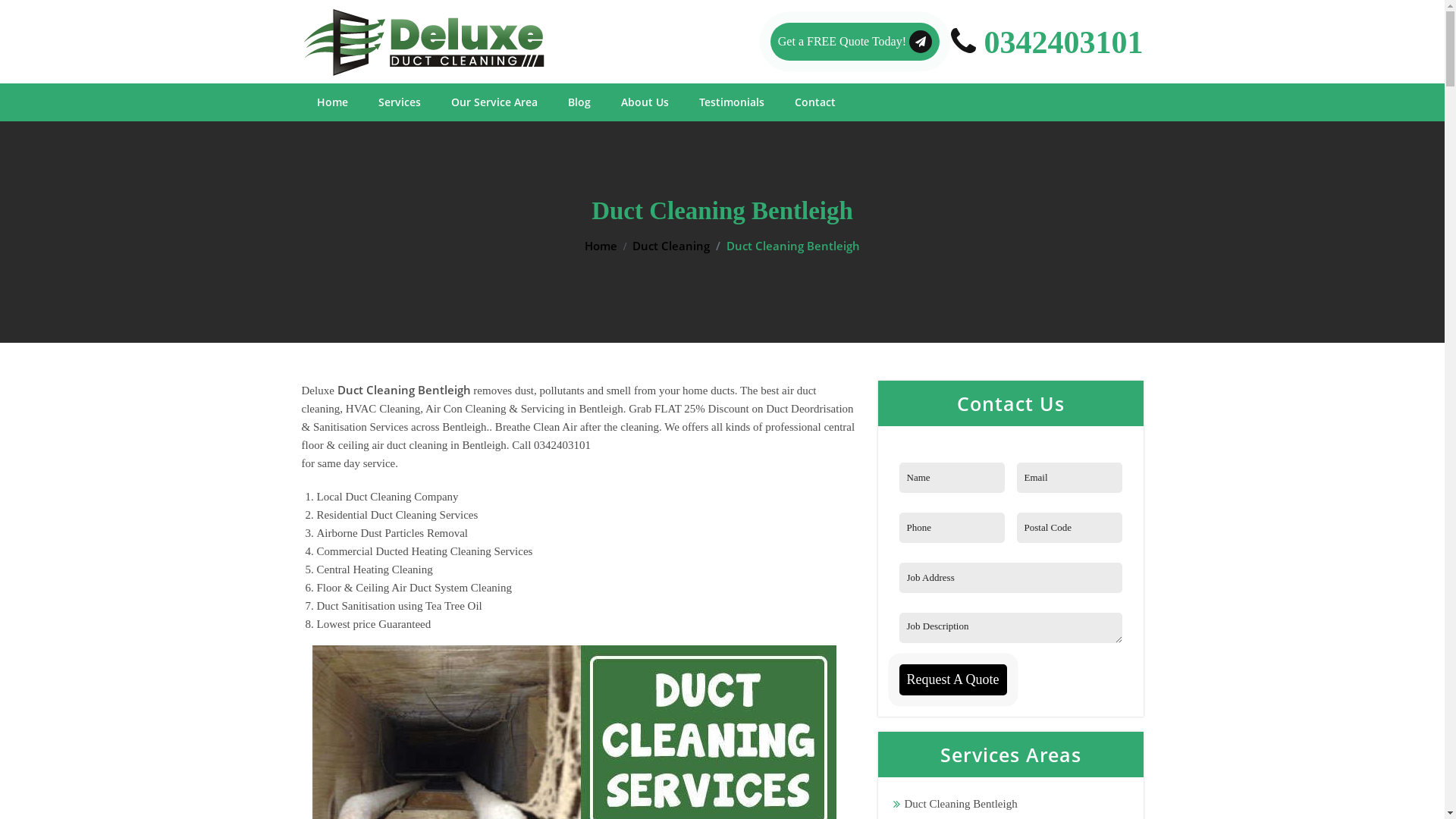 The image size is (1456, 819). I want to click on 'Our Service Area', so click(494, 102).